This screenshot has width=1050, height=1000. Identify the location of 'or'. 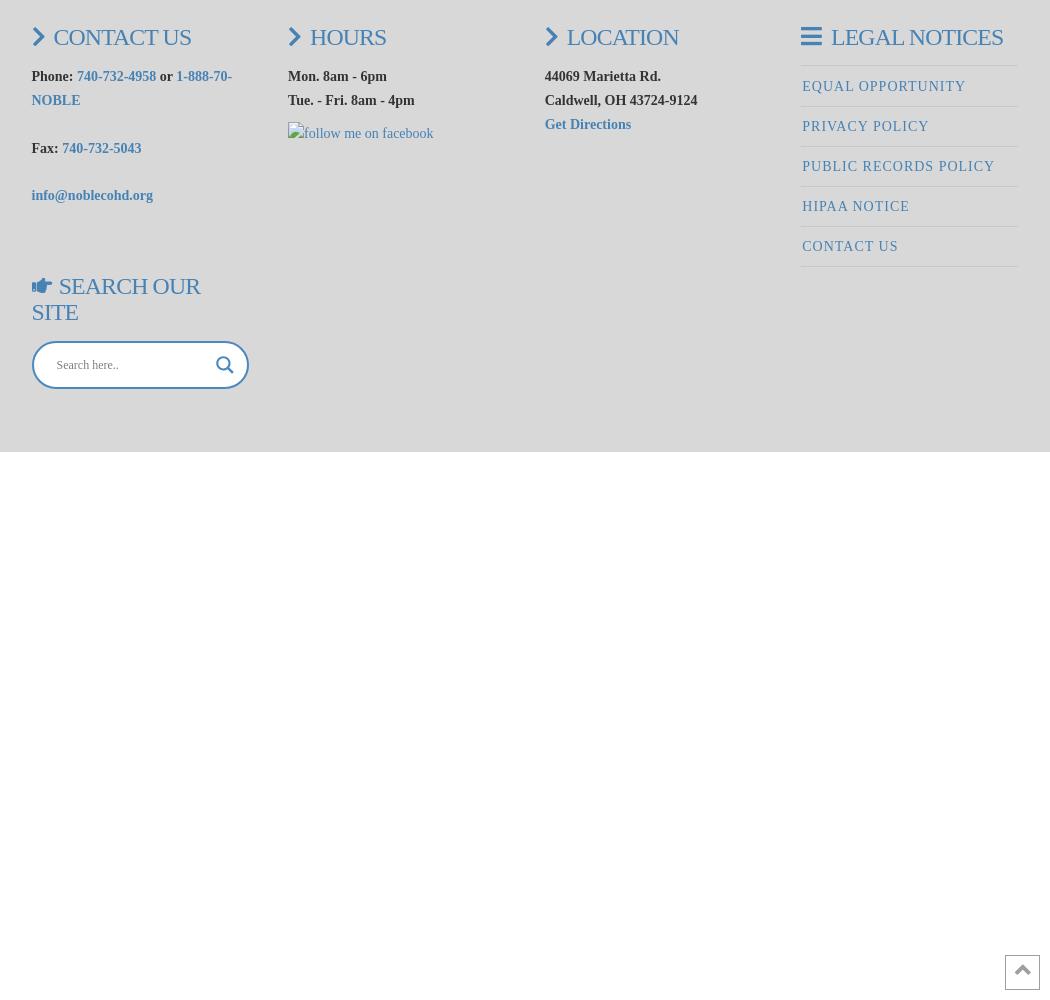
(156, 75).